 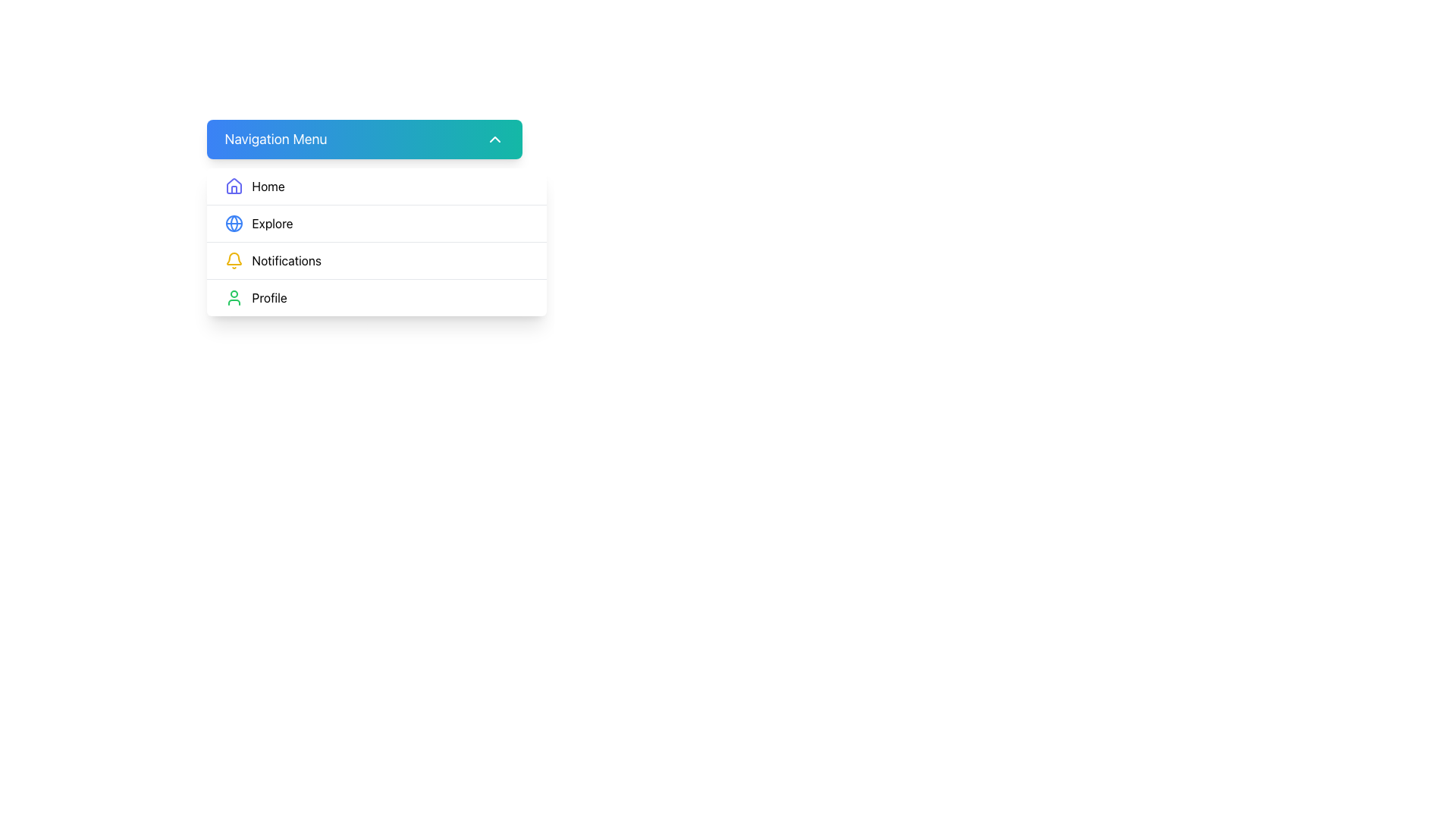 I want to click on the Dropdown button labeled 'Navigation Menu' with a gradient background transitioning from blue to teal, so click(x=364, y=140).